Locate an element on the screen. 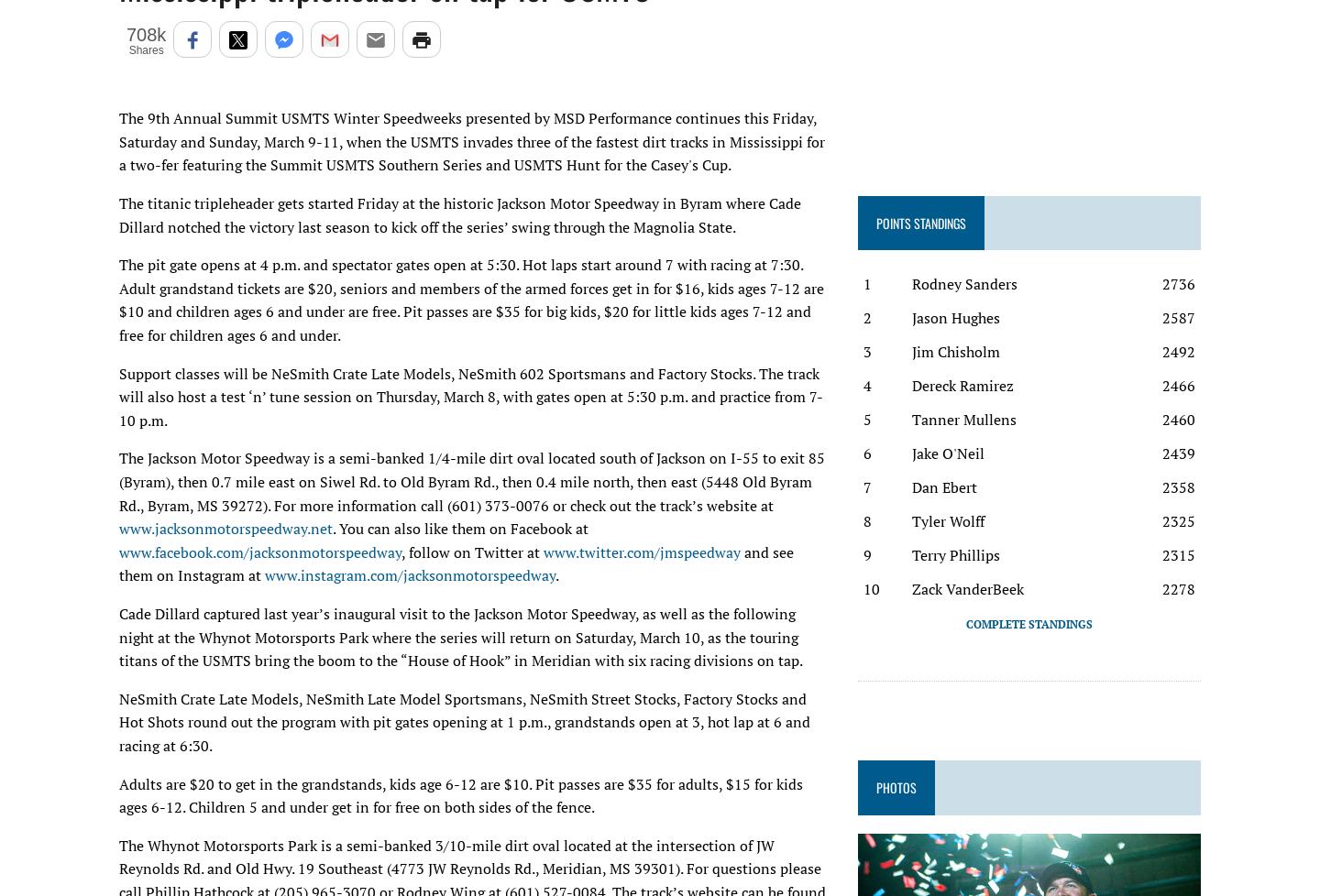 This screenshot has width=1320, height=896. '7' is located at coordinates (867, 487).